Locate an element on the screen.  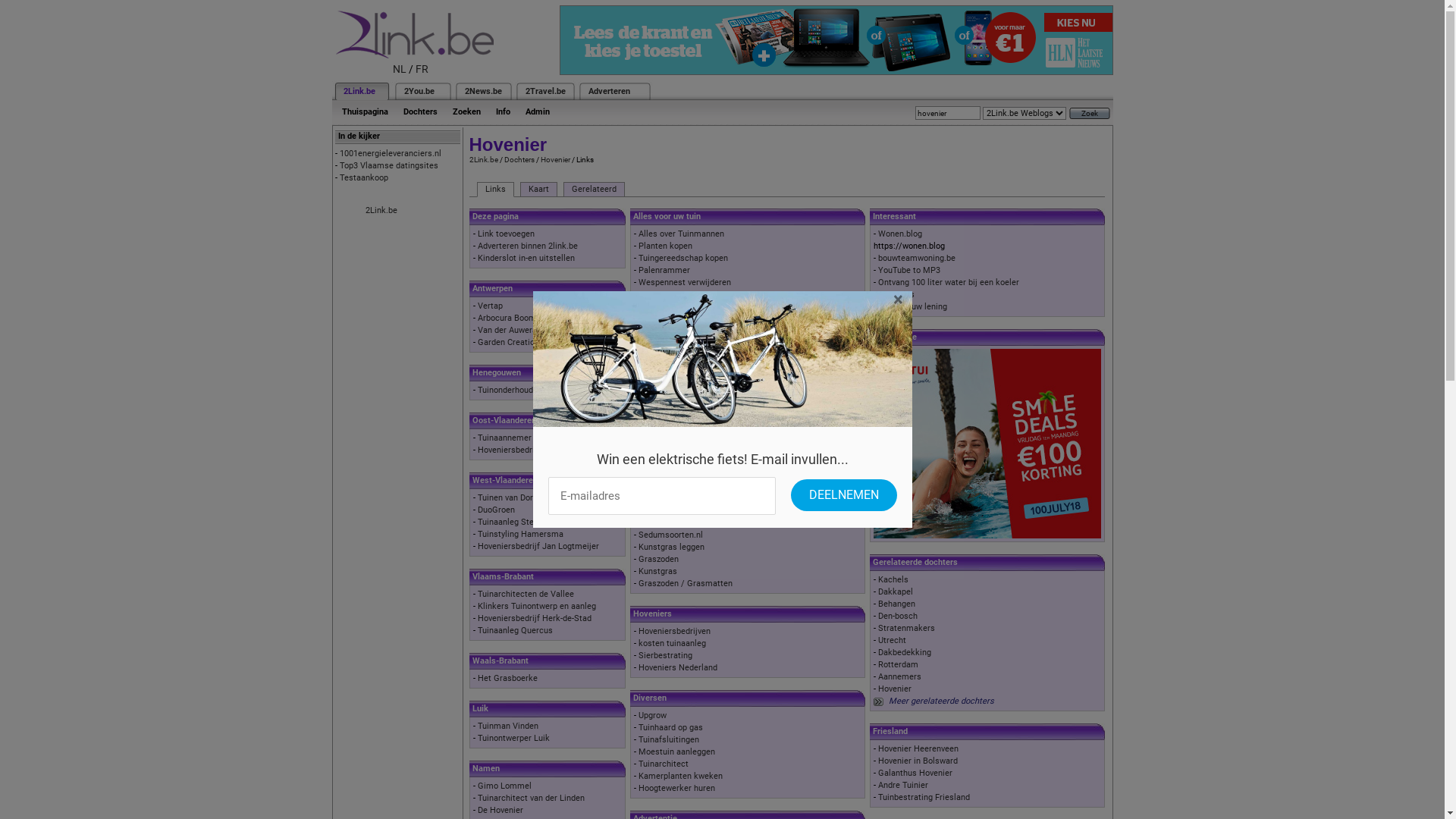
'Tuinaannemer Oost-Vlaanderen' is located at coordinates (537, 438).